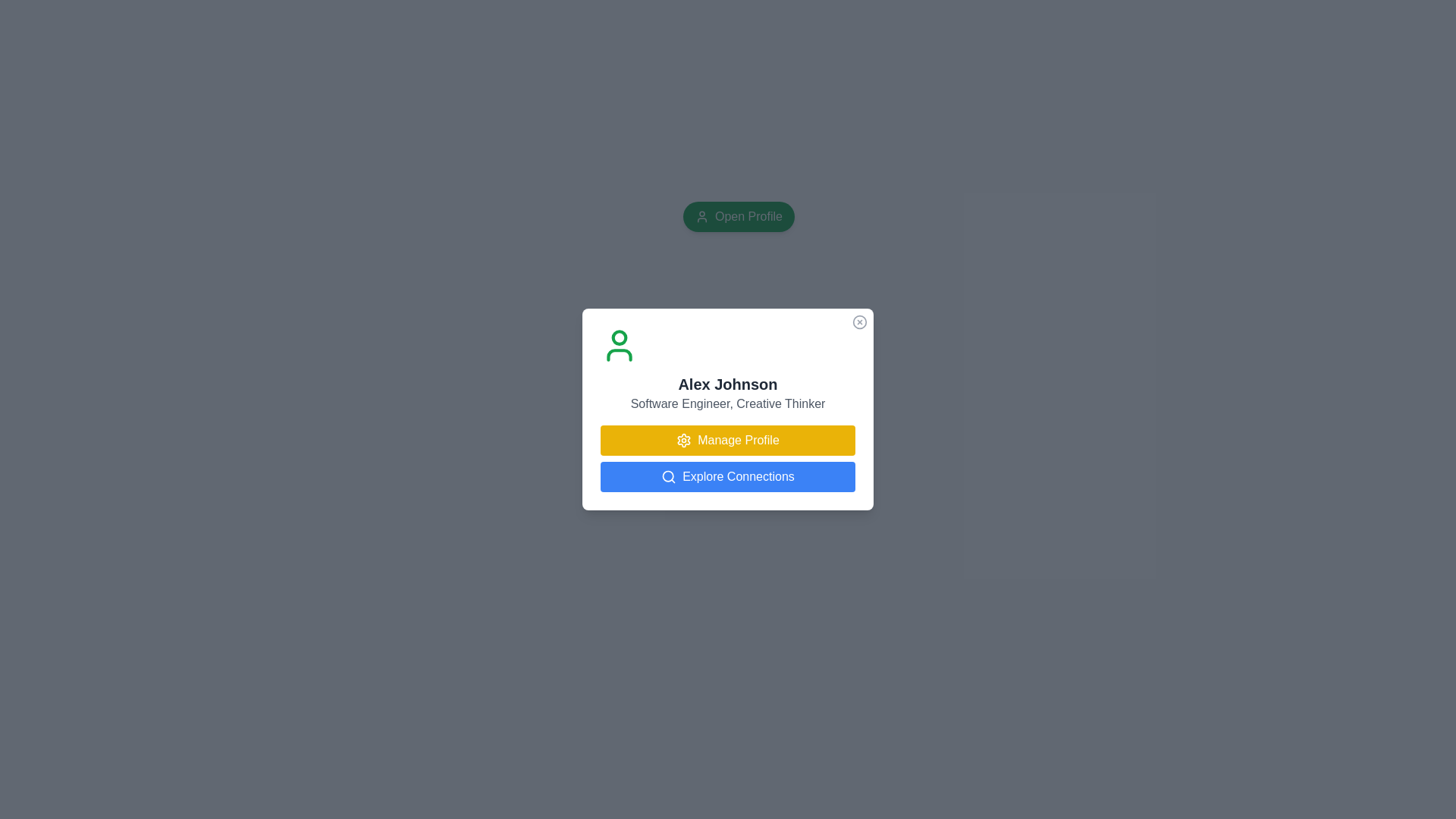 This screenshot has width=1456, height=819. What do you see at coordinates (668, 475) in the screenshot?
I see `the 'Explore Connections' button, which features a magnifying glass icon with a blue stroke on a blue background, positioned at the bottom of the white profile card` at bounding box center [668, 475].